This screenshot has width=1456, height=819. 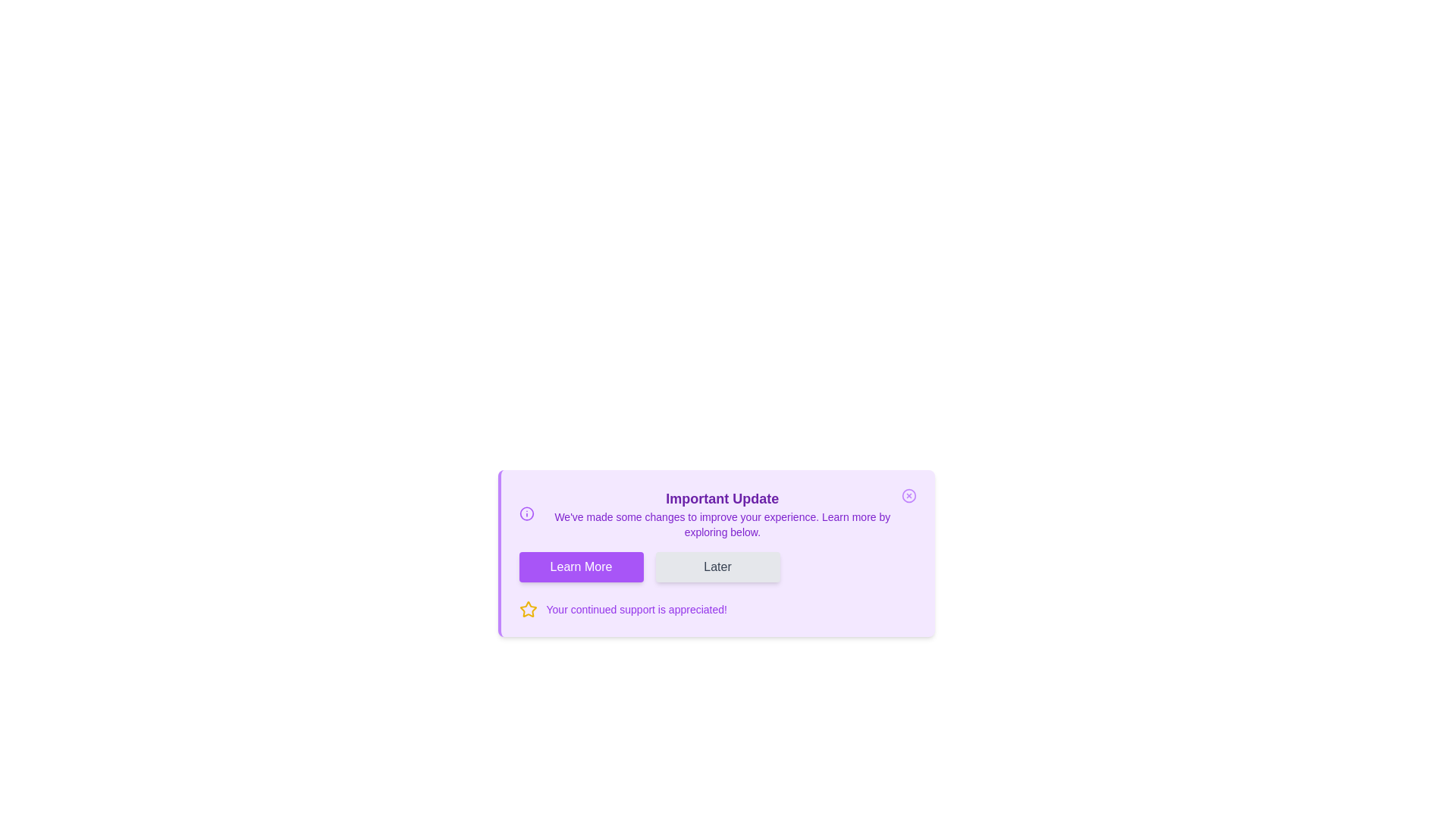 What do you see at coordinates (715, 553) in the screenshot?
I see `the notification component by clicking on its center` at bounding box center [715, 553].